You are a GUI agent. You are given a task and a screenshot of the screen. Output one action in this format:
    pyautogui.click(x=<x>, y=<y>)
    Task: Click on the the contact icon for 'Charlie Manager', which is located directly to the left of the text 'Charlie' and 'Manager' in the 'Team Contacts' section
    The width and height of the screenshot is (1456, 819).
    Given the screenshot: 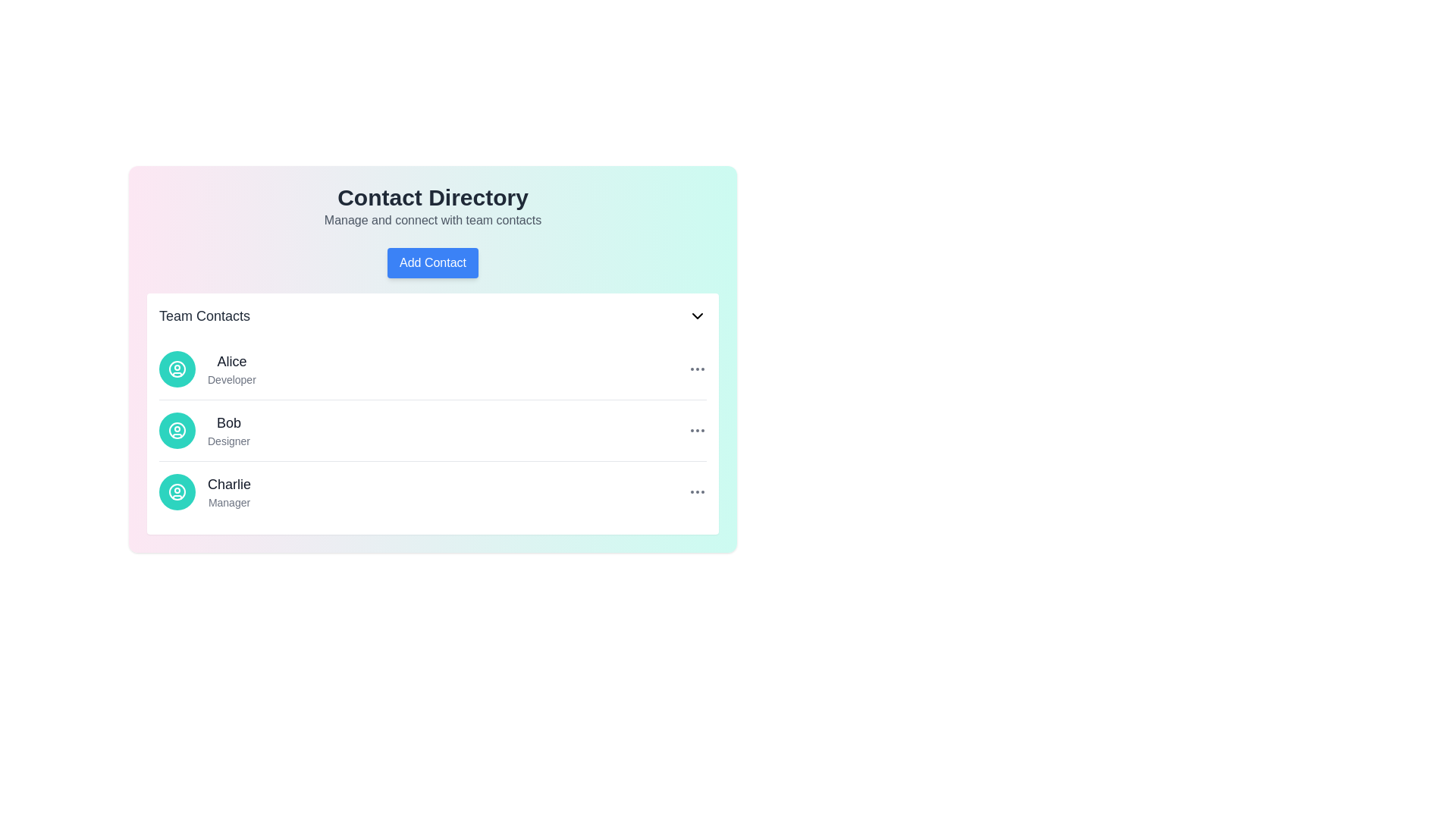 What is the action you would take?
    pyautogui.click(x=177, y=491)
    